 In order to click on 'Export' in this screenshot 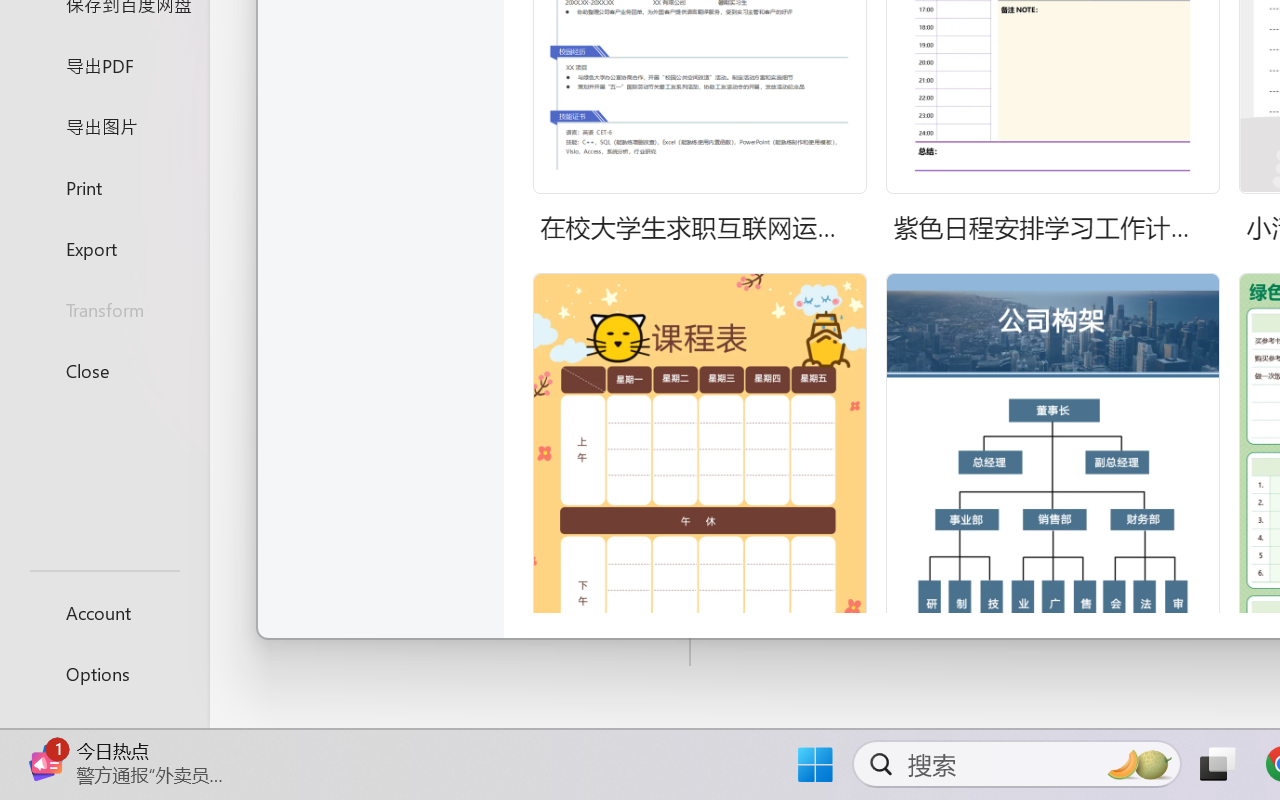, I will do `click(103, 247)`.